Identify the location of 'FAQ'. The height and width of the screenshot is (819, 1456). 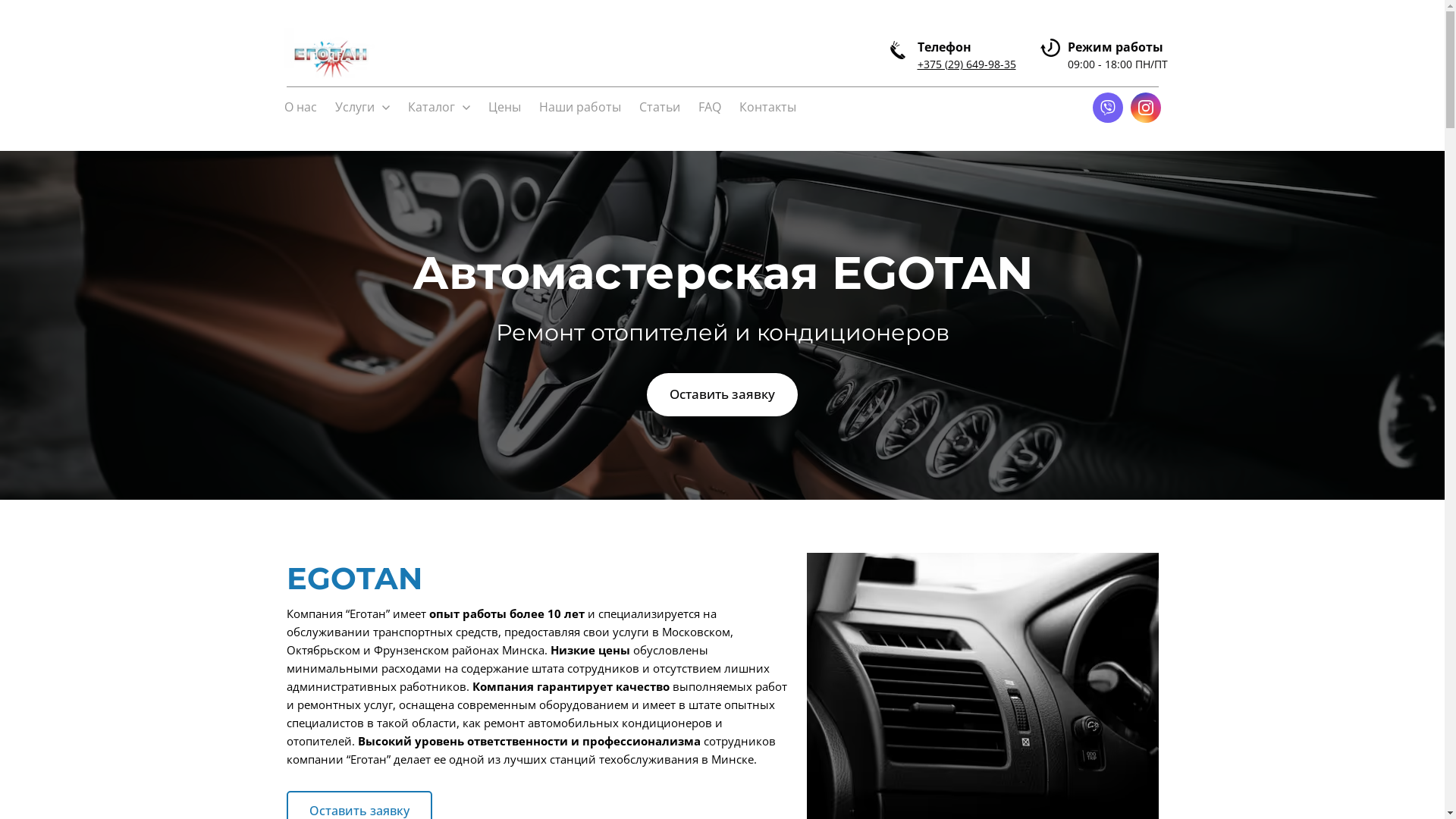
(708, 107).